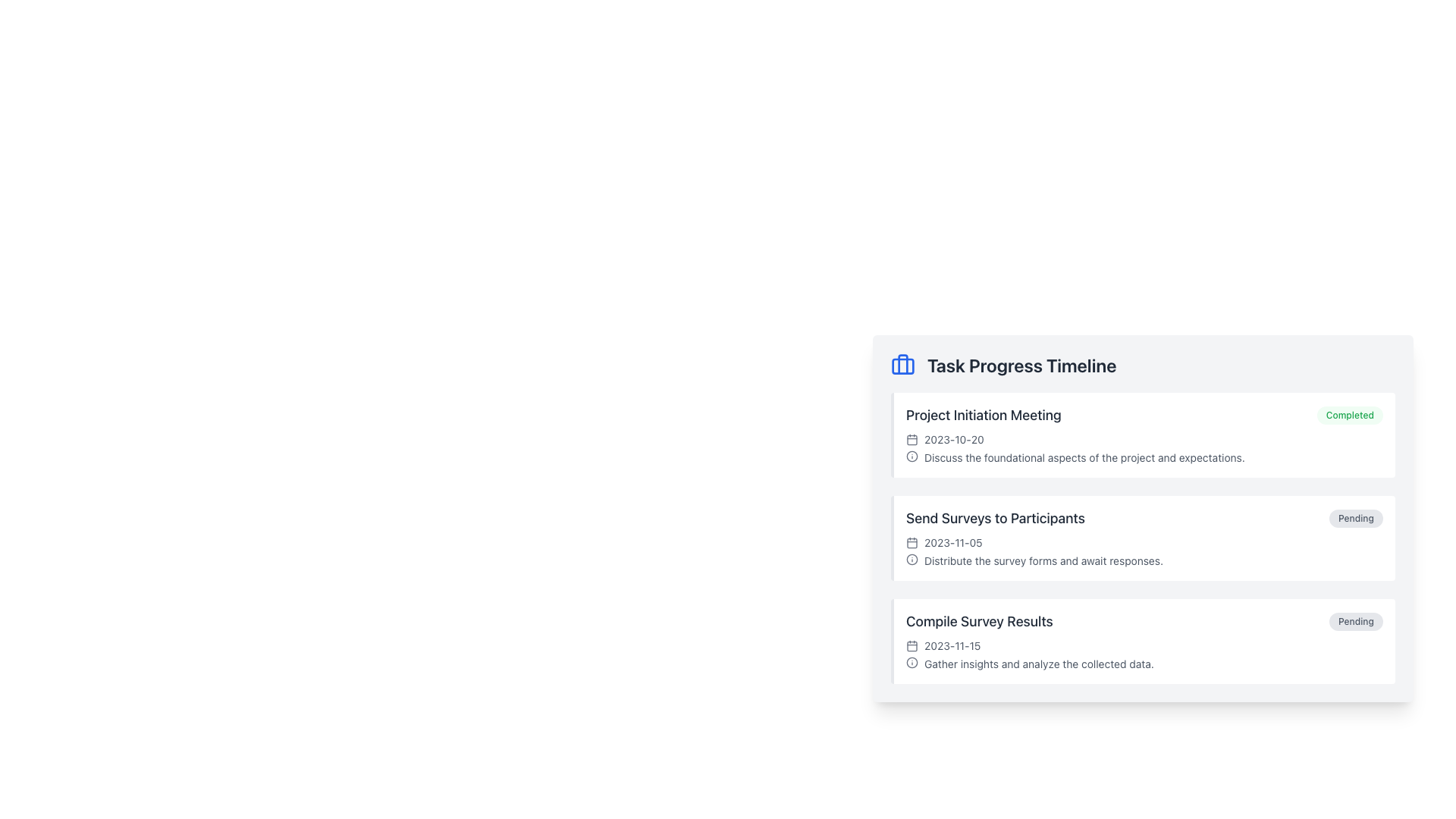 This screenshot has width=1456, height=819. I want to click on the static text with accompanying icon that provides instructions for 'Send Surveys to Participants', located beneath the date '2023-11-05' and above the next task section, aligning to the right of the circular info icon, so click(1144, 561).